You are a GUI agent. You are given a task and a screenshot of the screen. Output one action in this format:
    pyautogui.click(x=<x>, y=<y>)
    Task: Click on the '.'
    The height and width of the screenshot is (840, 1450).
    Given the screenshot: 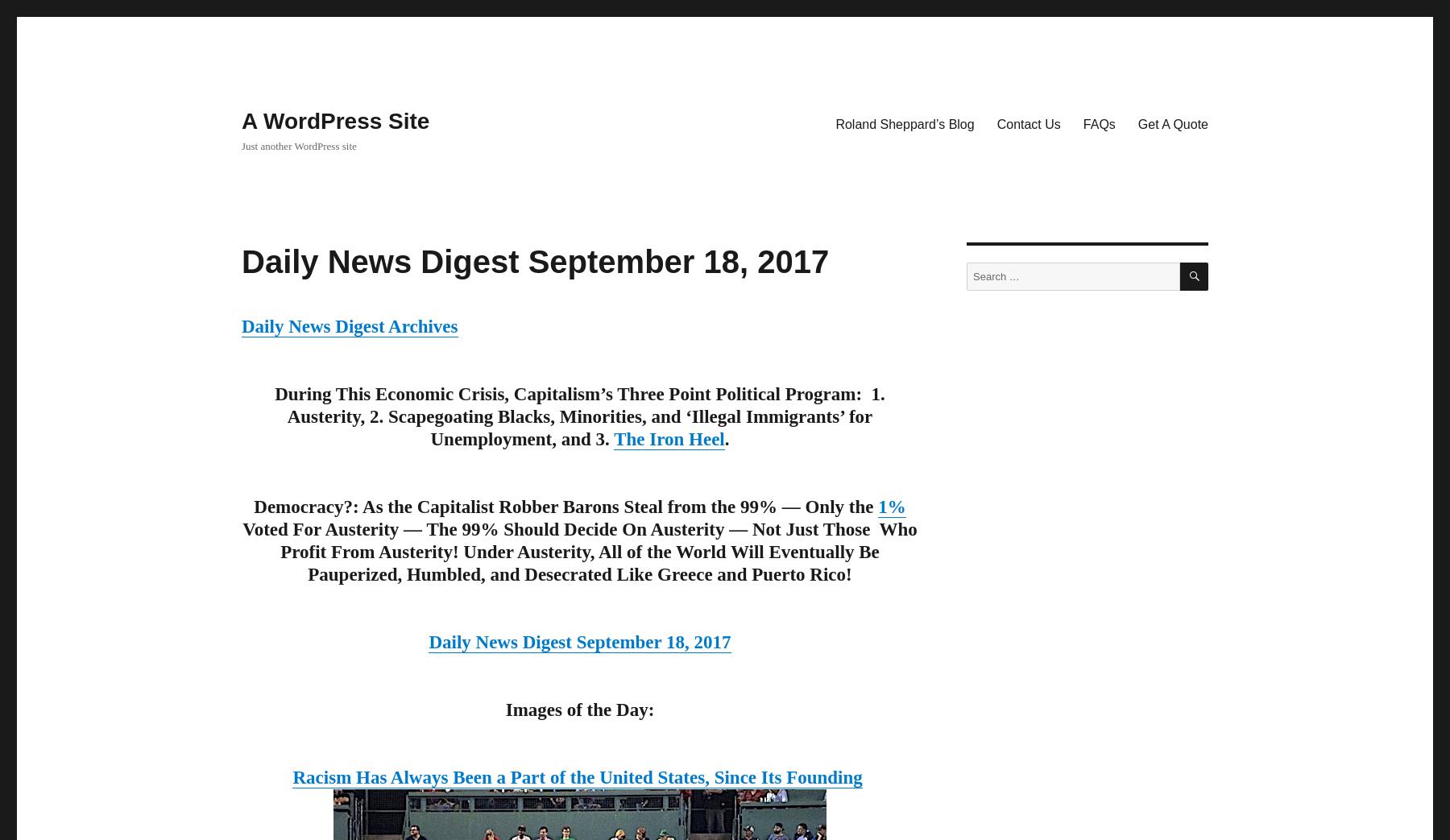 What is the action you would take?
    pyautogui.click(x=725, y=439)
    